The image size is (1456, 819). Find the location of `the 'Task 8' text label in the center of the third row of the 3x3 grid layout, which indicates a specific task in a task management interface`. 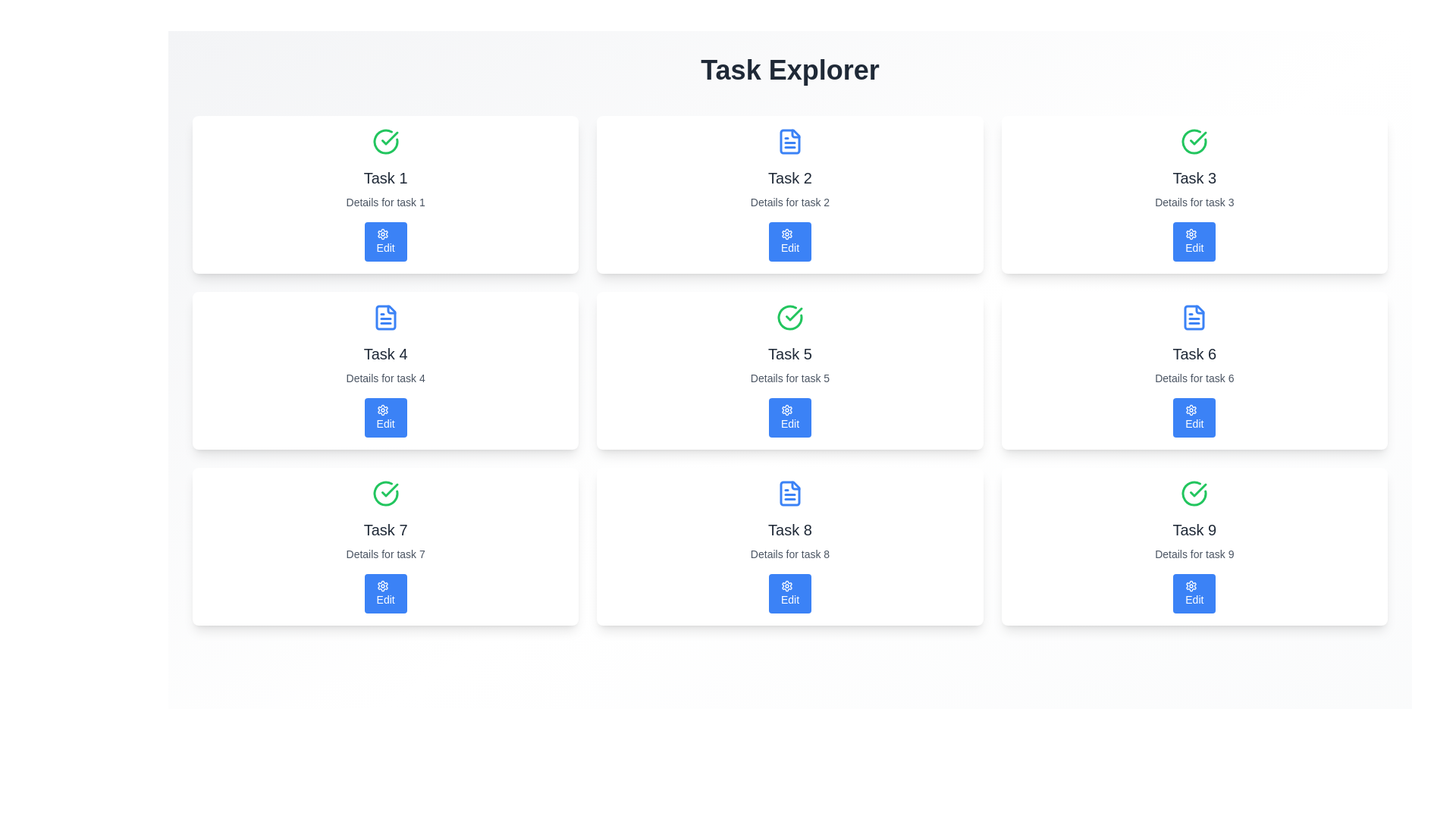

the 'Task 8' text label in the center of the third row of the 3x3 grid layout, which indicates a specific task in a task management interface is located at coordinates (789, 529).